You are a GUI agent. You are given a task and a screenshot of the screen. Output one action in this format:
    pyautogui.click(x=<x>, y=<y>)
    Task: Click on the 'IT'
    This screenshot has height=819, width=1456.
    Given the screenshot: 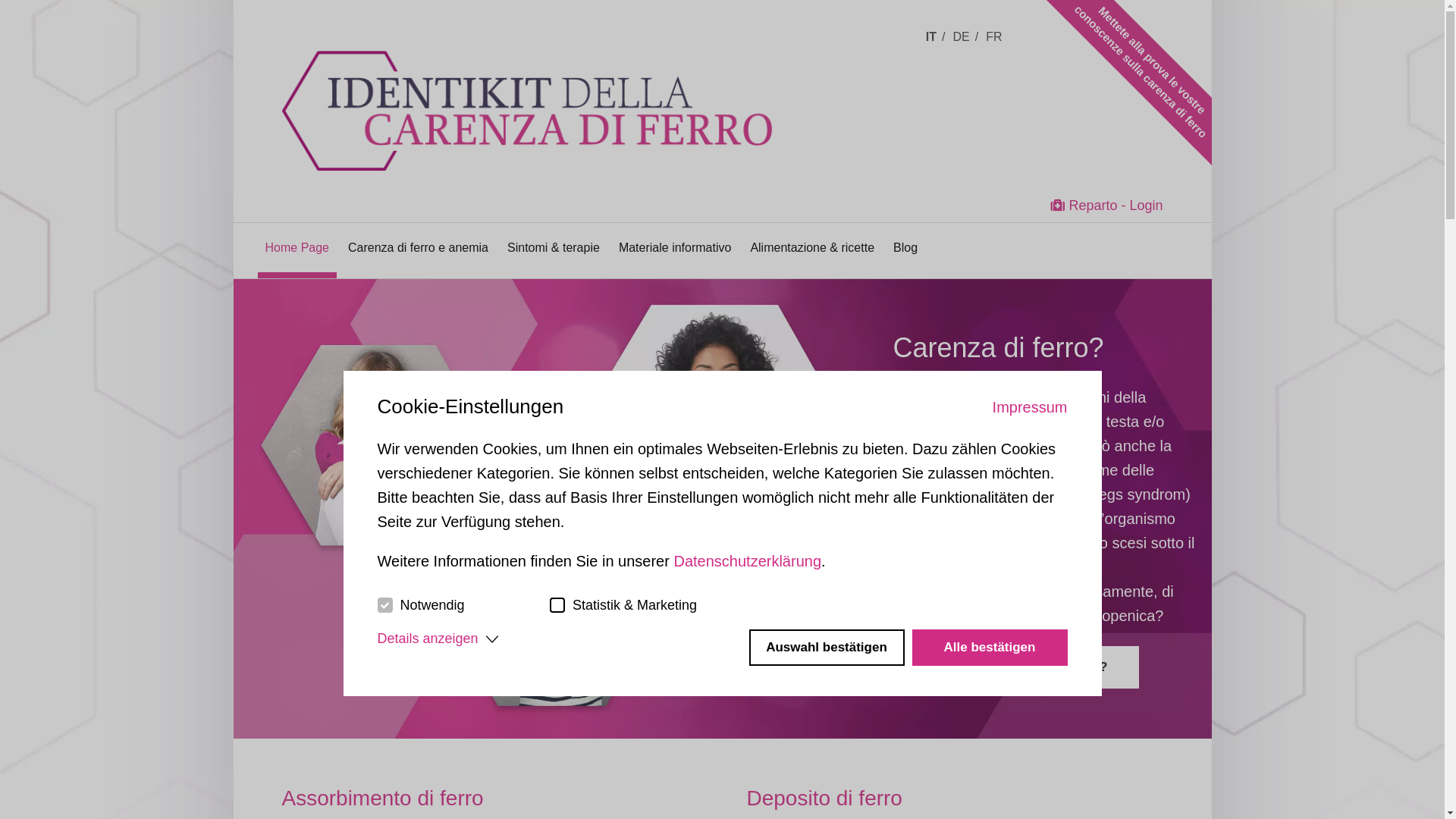 What is the action you would take?
    pyautogui.click(x=924, y=36)
    